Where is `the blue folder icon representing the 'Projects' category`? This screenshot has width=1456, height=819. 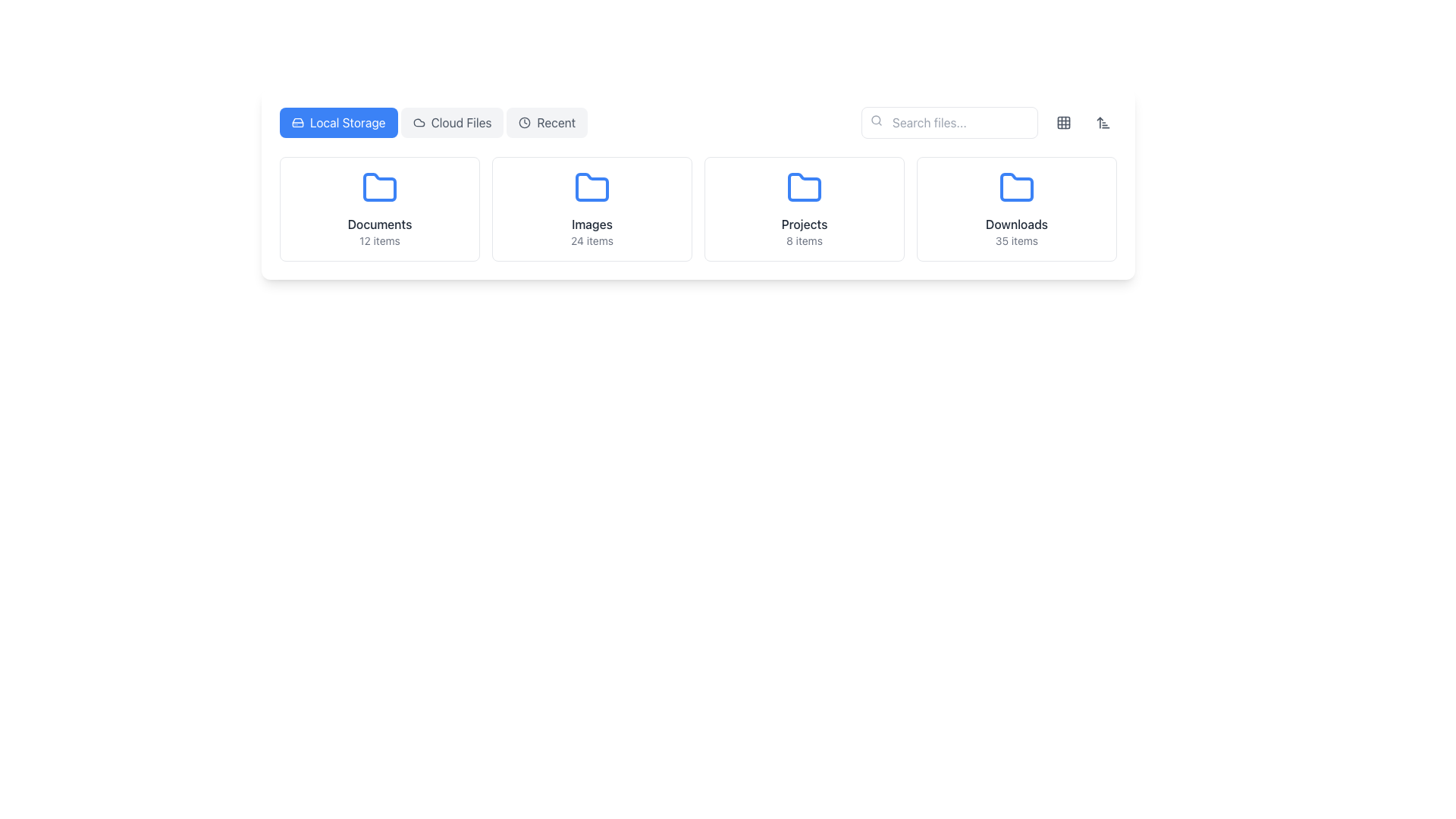 the blue folder icon representing the 'Projects' category is located at coordinates (803, 187).